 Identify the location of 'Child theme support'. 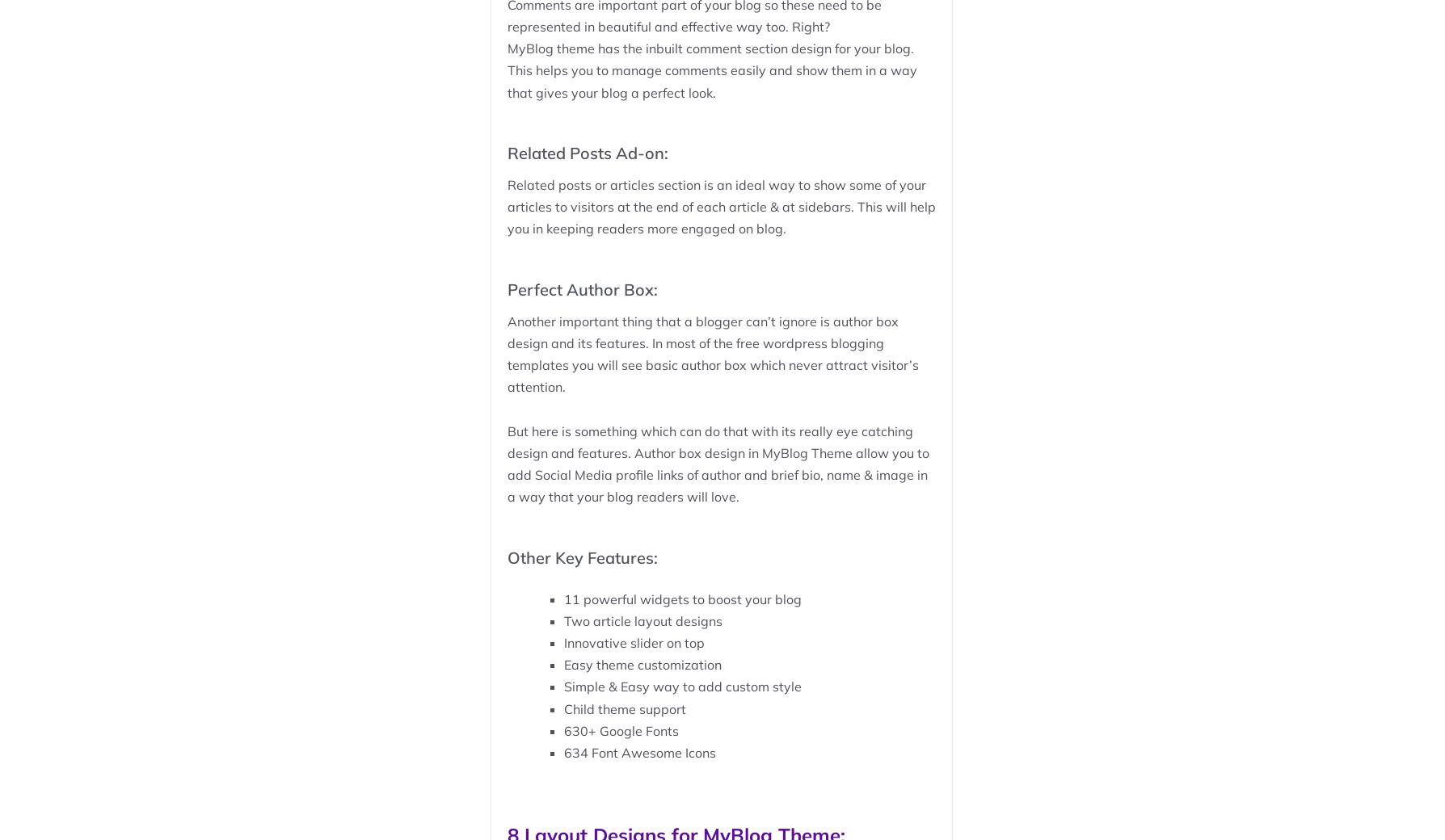
(623, 708).